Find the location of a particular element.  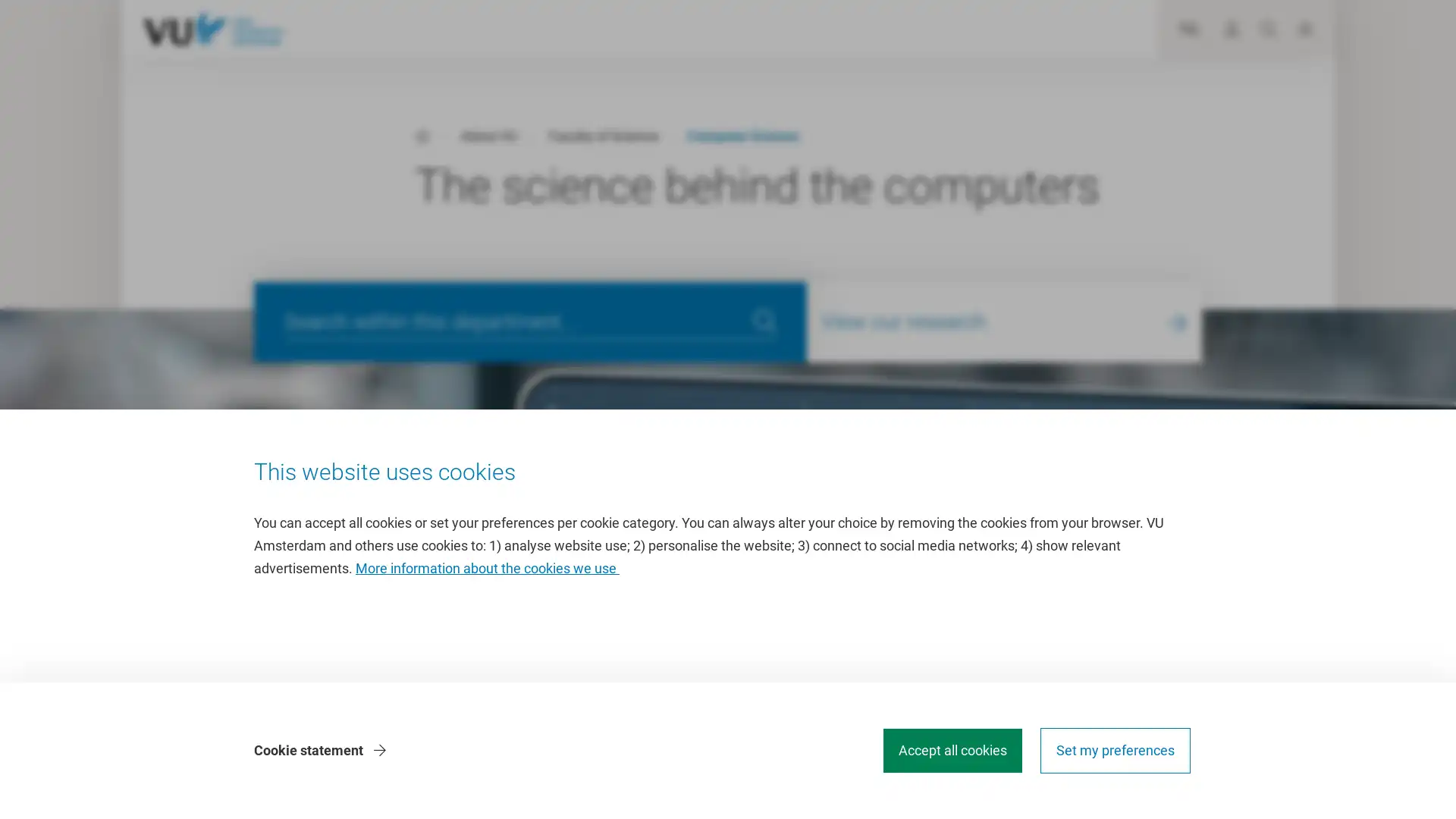

search is located at coordinates (764, 321).